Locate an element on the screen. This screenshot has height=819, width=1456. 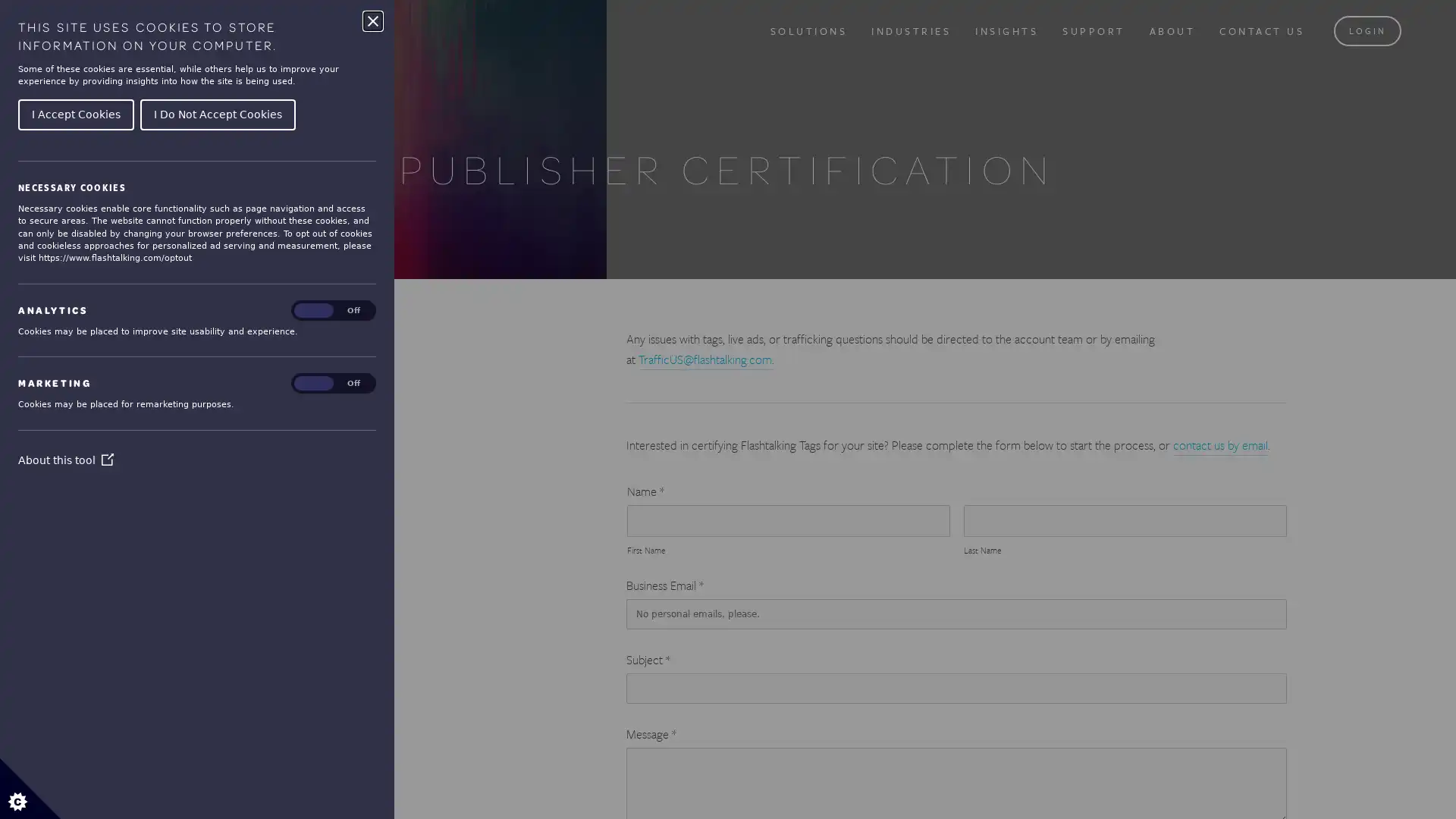
I Accept Cookies is located at coordinates (75, 113).